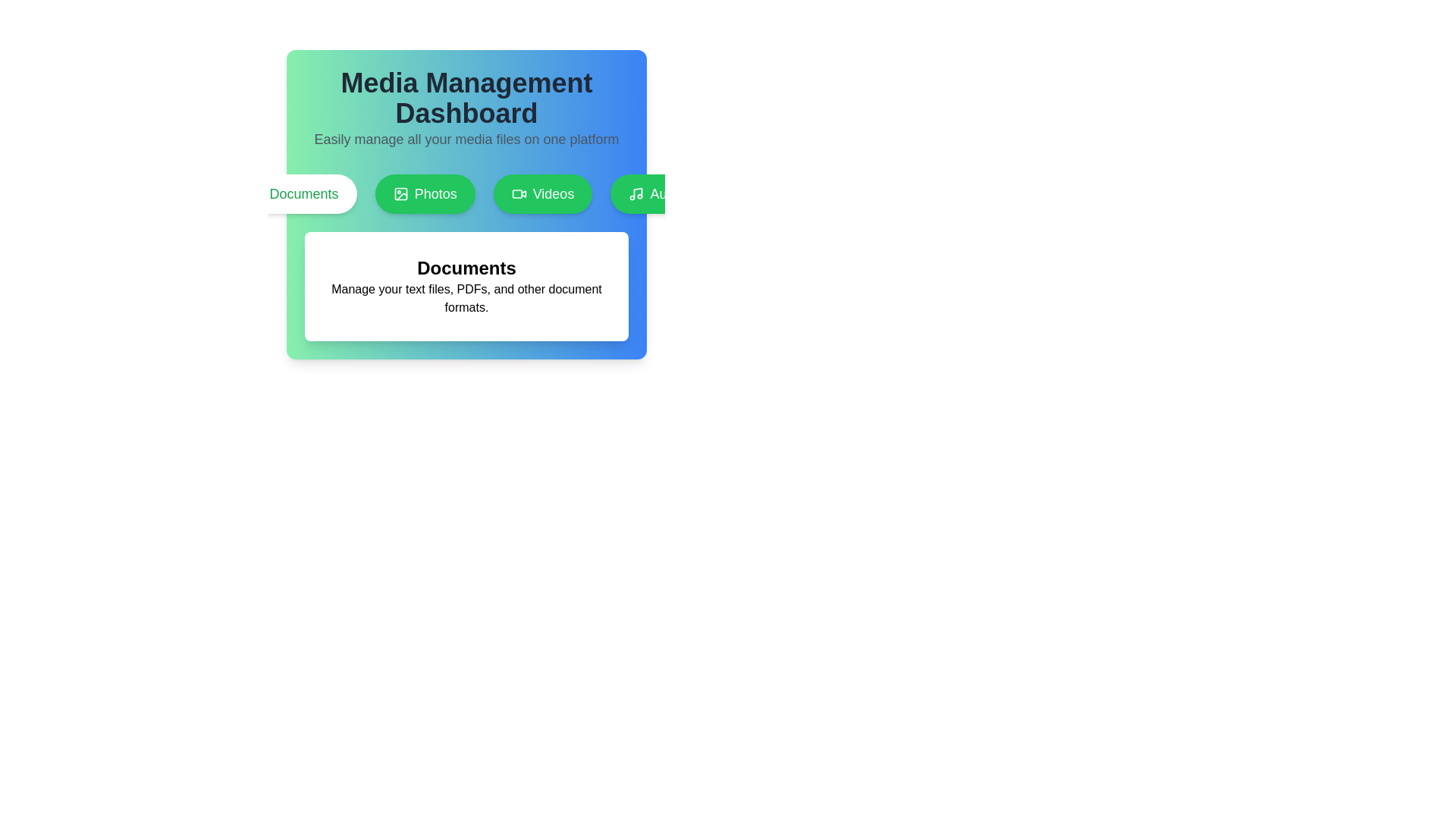  Describe the element at coordinates (517, 193) in the screenshot. I see `the 'Videos' section graphical icon, which is positioned above the 'Videos' label within a row of tabs` at that location.